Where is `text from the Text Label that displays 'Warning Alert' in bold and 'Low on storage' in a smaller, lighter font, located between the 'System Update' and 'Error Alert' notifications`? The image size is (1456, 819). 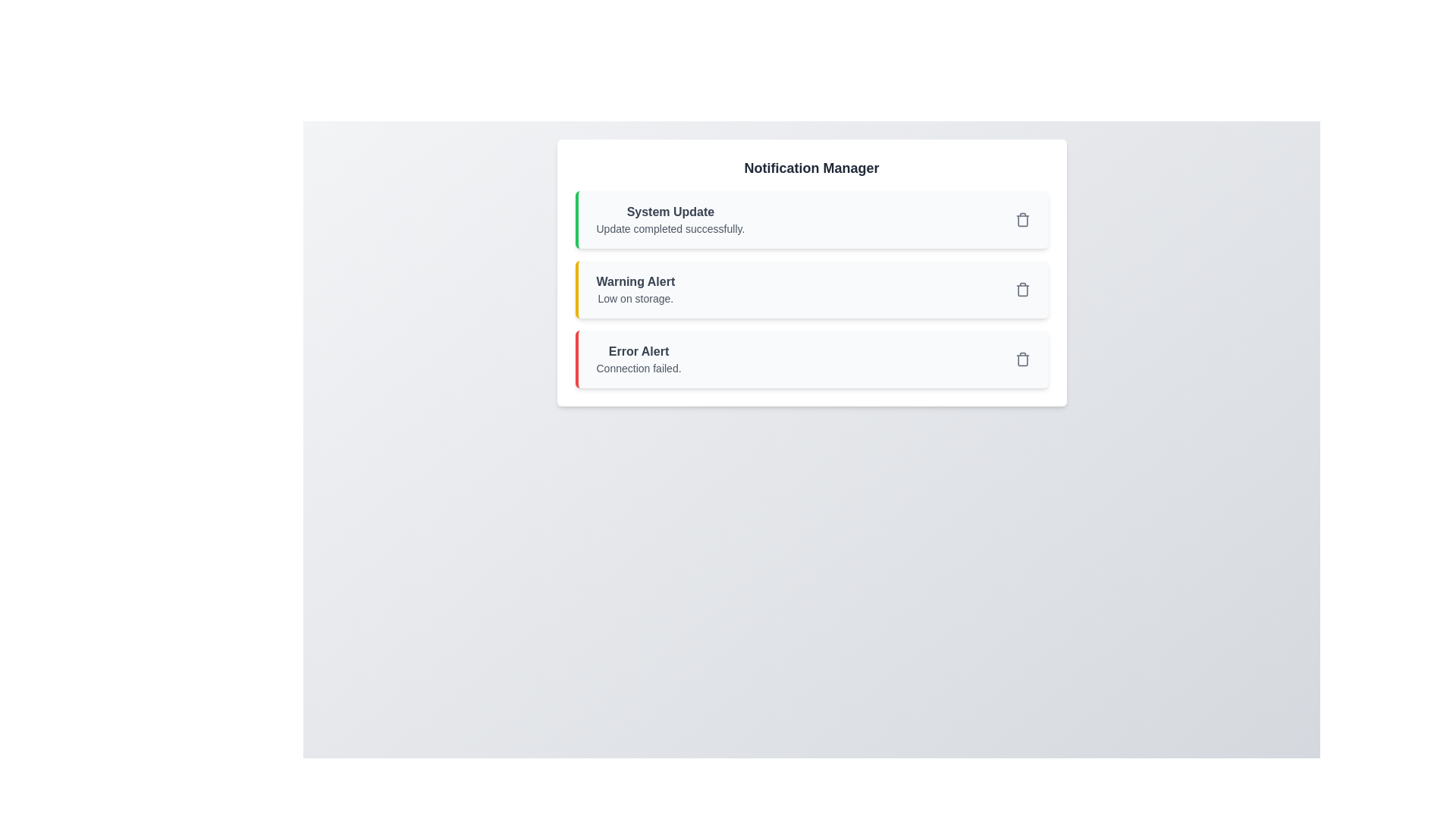
text from the Text Label that displays 'Warning Alert' in bold and 'Low on storage' in a smaller, lighter font, located between the 'System Update' and 'Error Alert' notifications is located at coordinates (635, 289).